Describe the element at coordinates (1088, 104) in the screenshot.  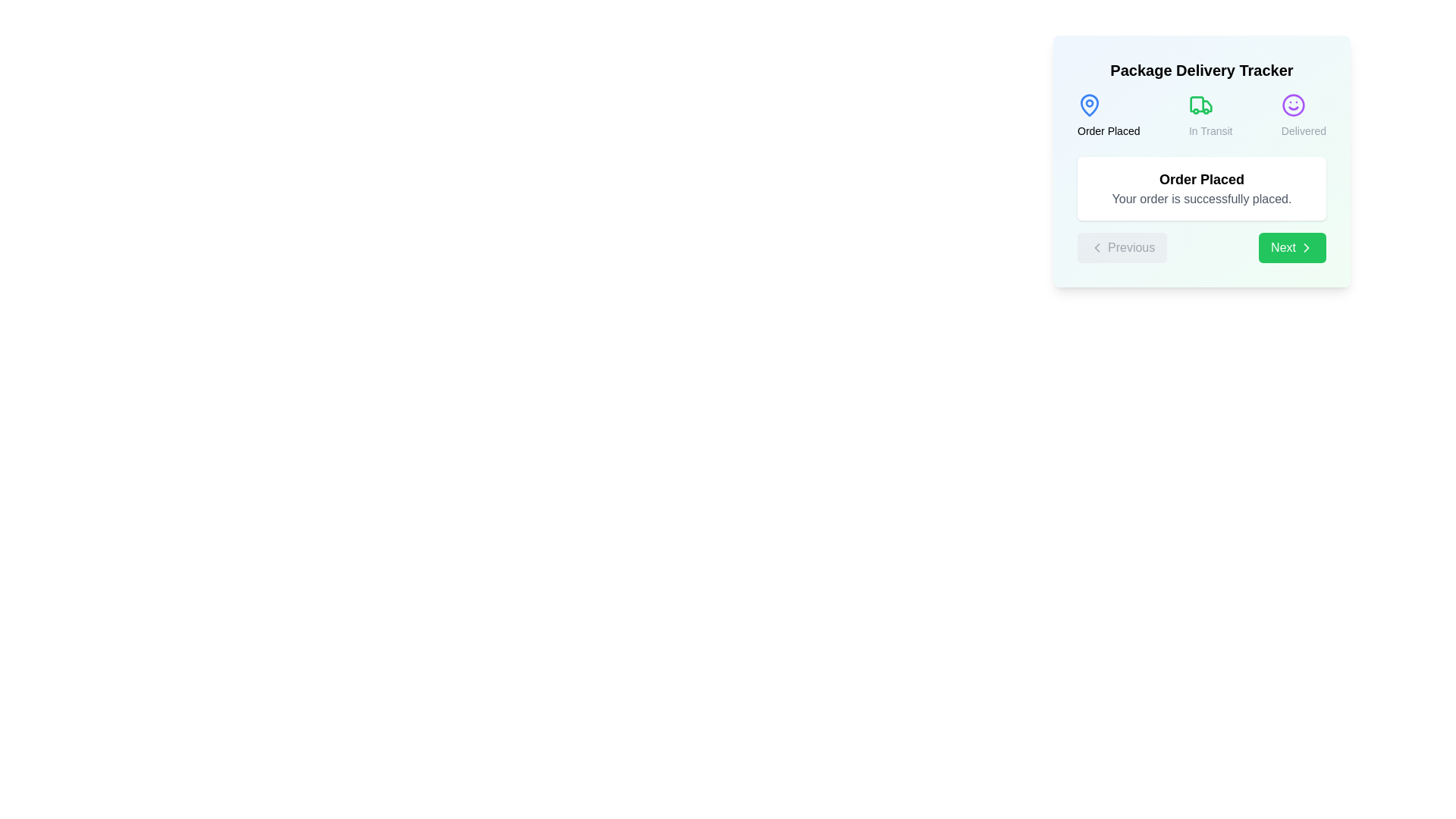
I see `the step icon corresponding to Order Placed to view its tooltip` at that location.